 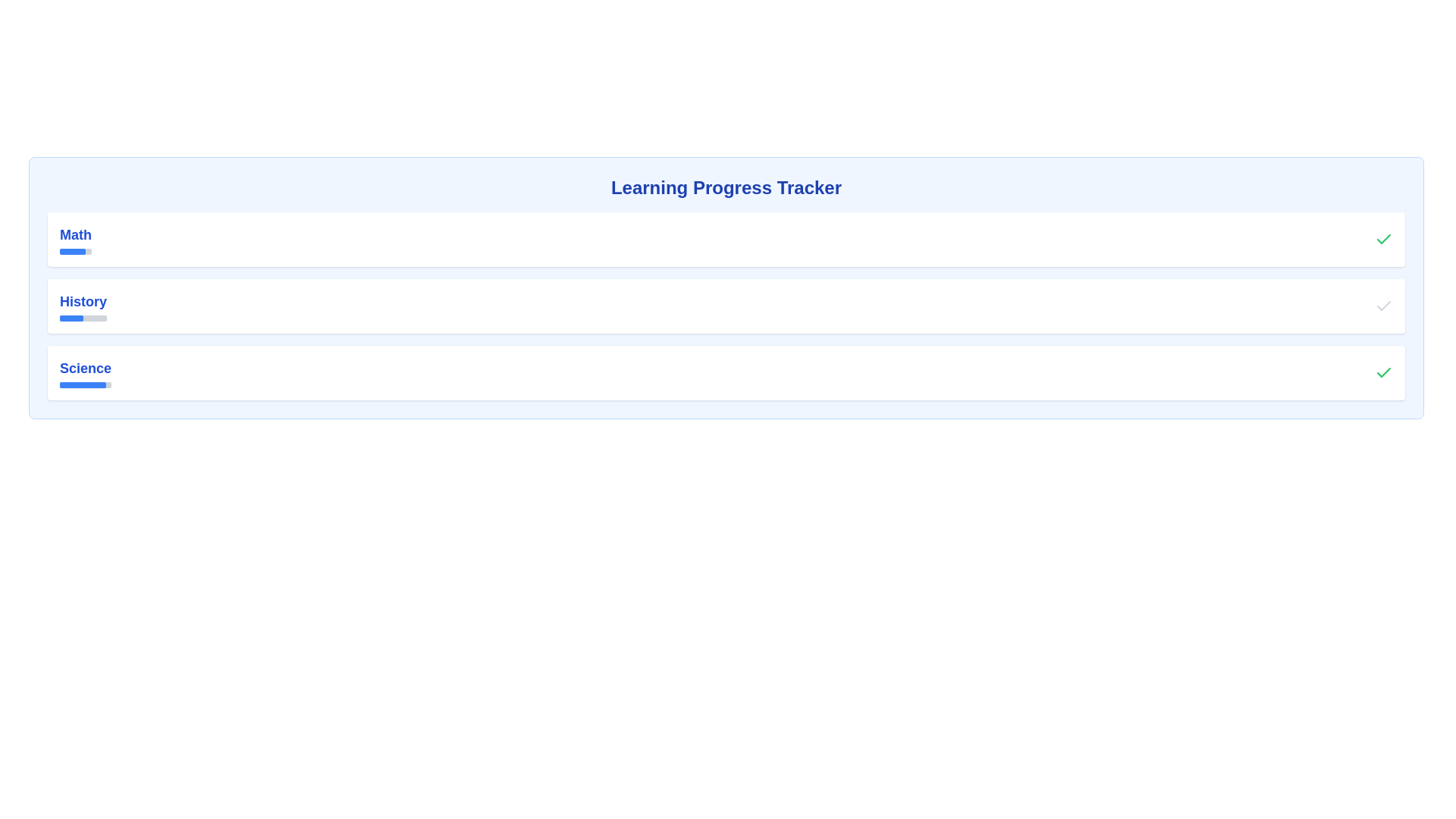 What do you see at coordinates (75, 239) in the screenshot?
I see `the 'Math' section text label` at bounding box center [75, 239].